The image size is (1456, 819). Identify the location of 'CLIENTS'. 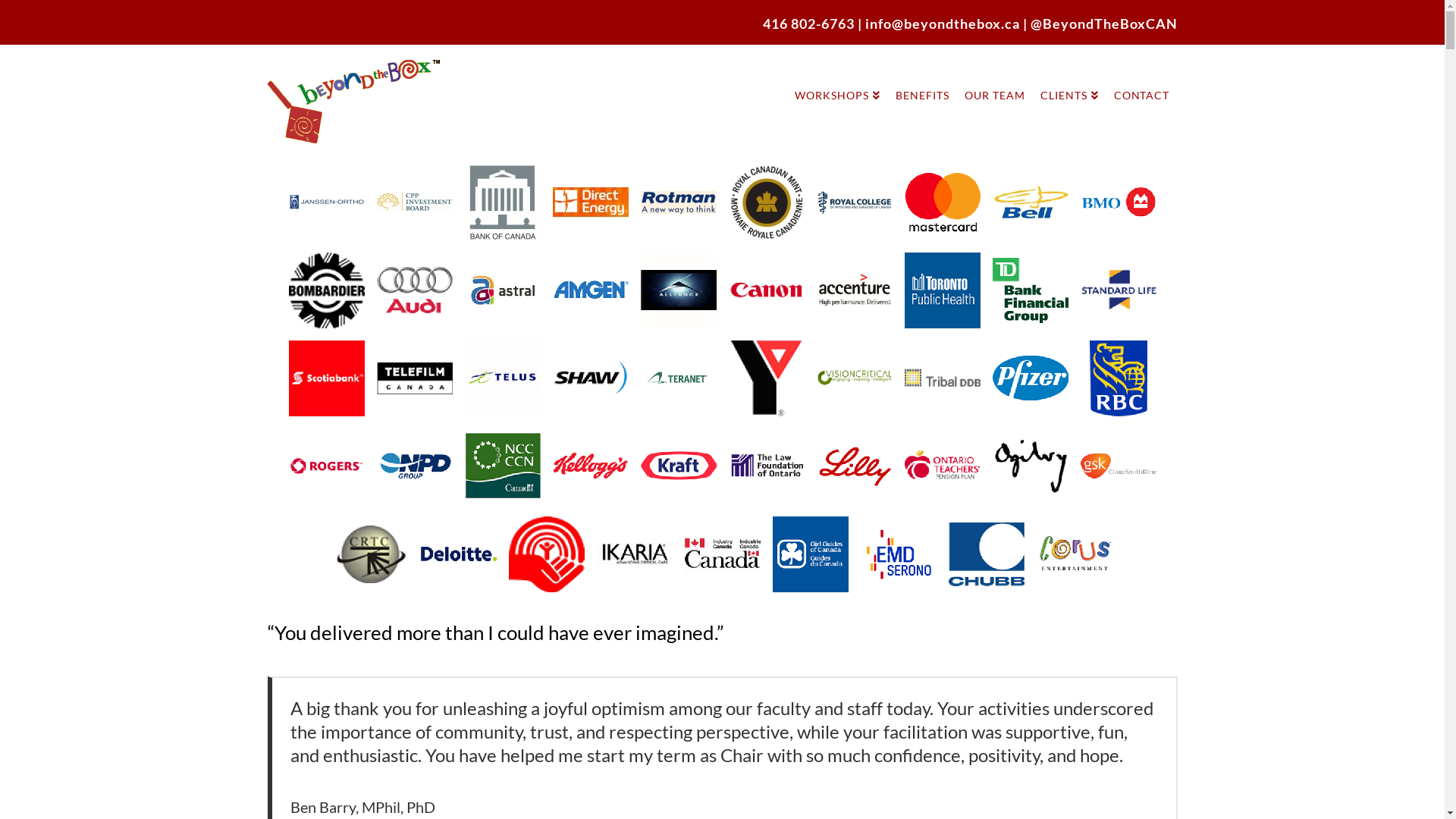
(1068, 79).